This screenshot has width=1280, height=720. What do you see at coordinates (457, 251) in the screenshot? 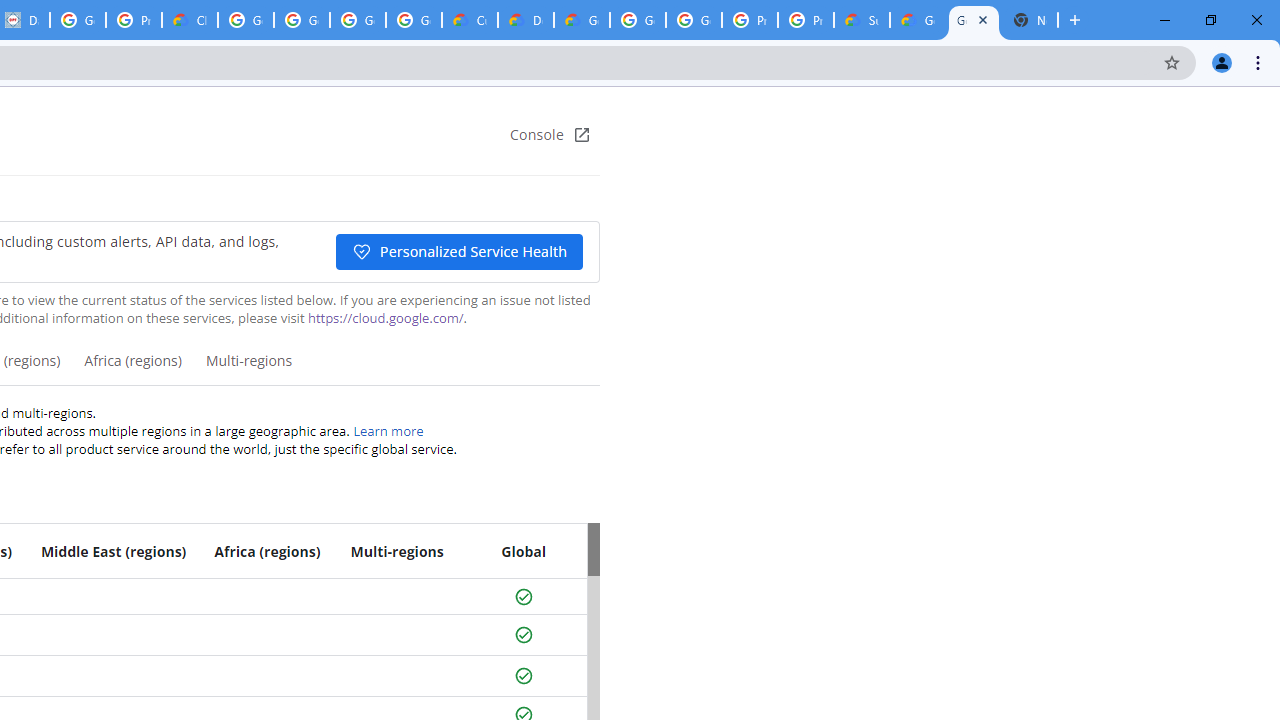
I see `'Personalized Service Health'` at bounding box center [457, 251].